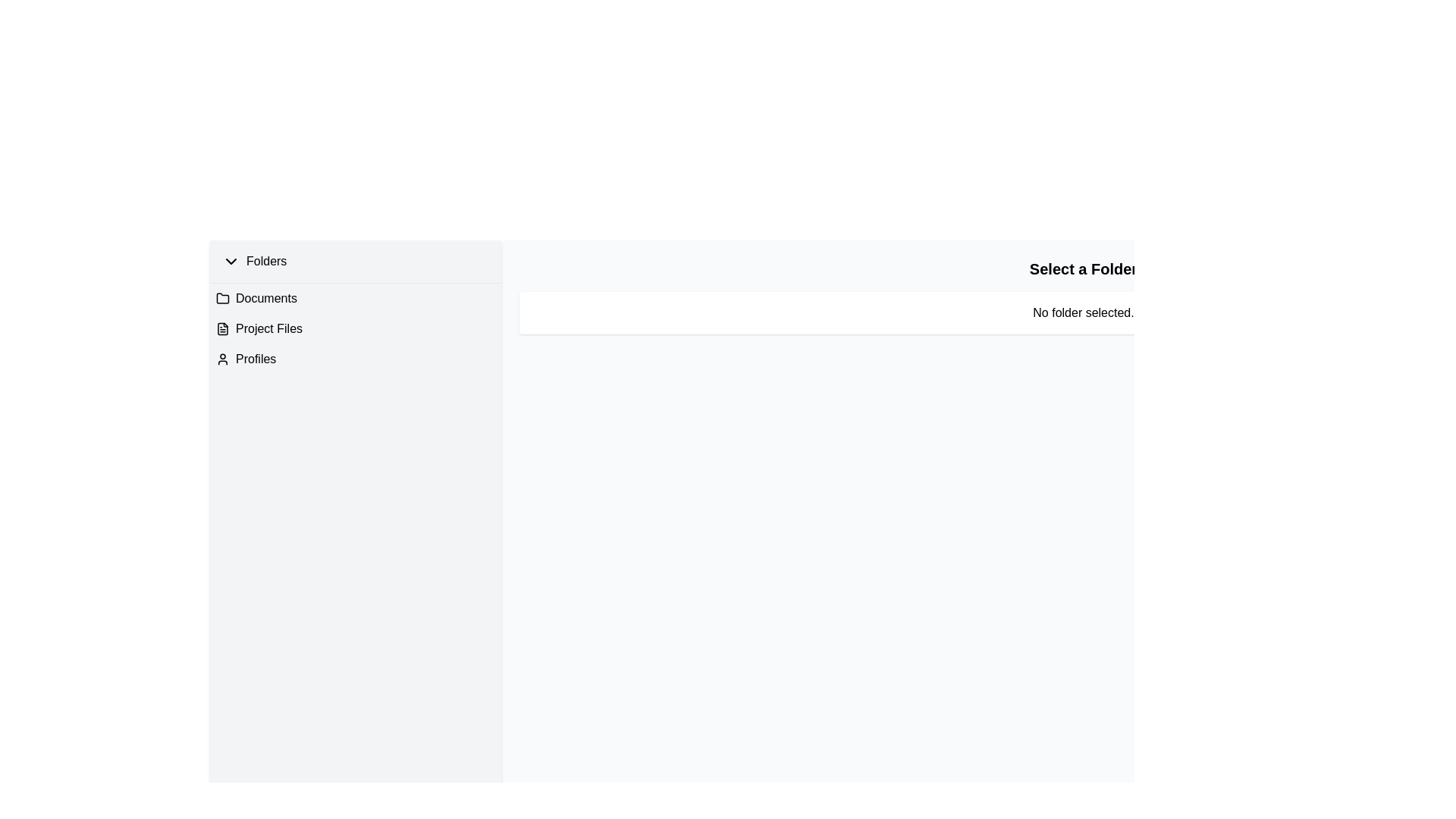 The image size is (1456, 819). I want to click on the first item in the left sidebar labeled 'Documents', so click(355, 298).